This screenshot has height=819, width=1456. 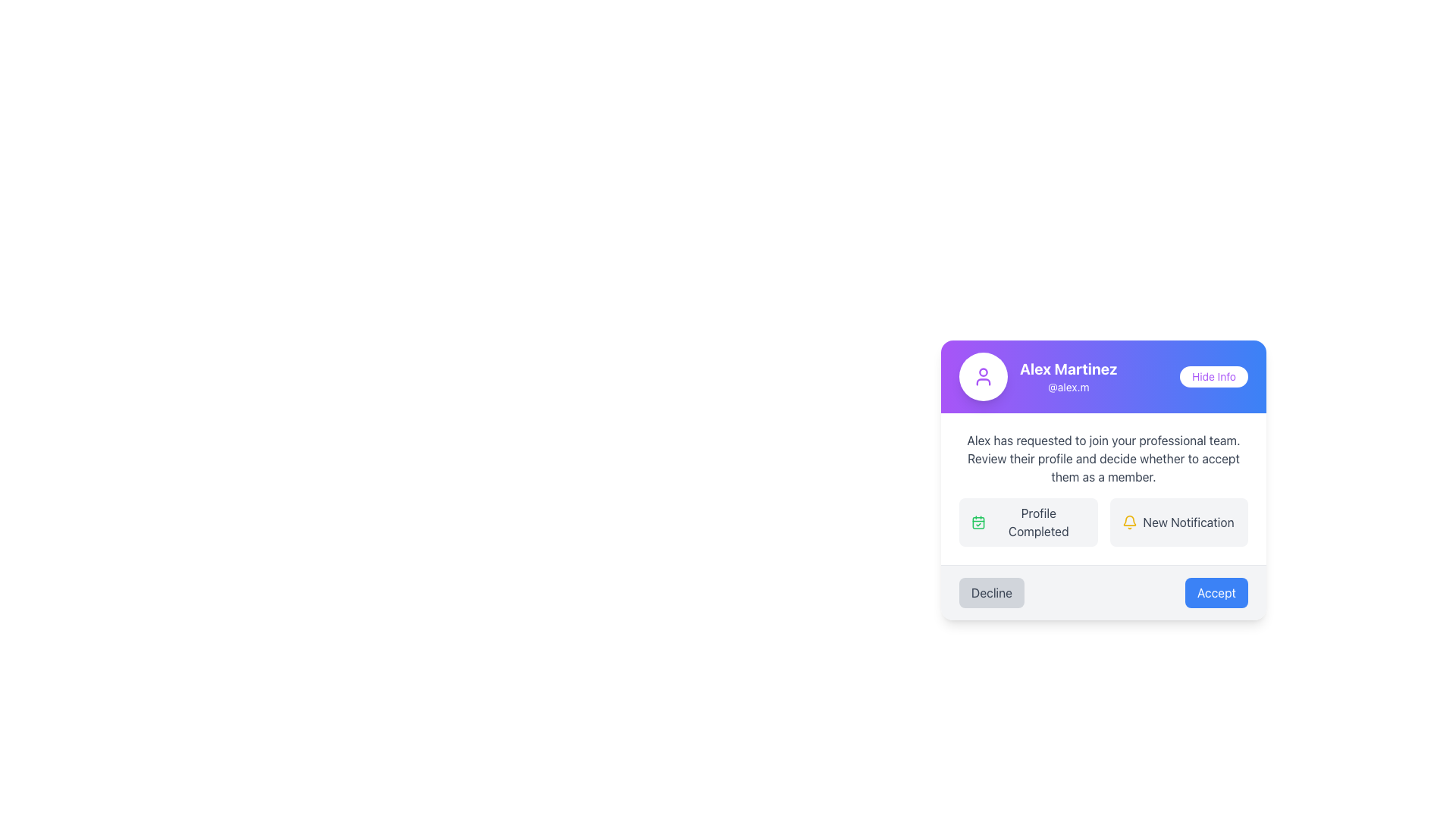 I want to click on the text element displaying 'Alex Martinez' and '@alex.m' which is located in a gradient purple-to-blue background and positioned to the left of the 'Hide Info' button, so click(x=1068, y=376).